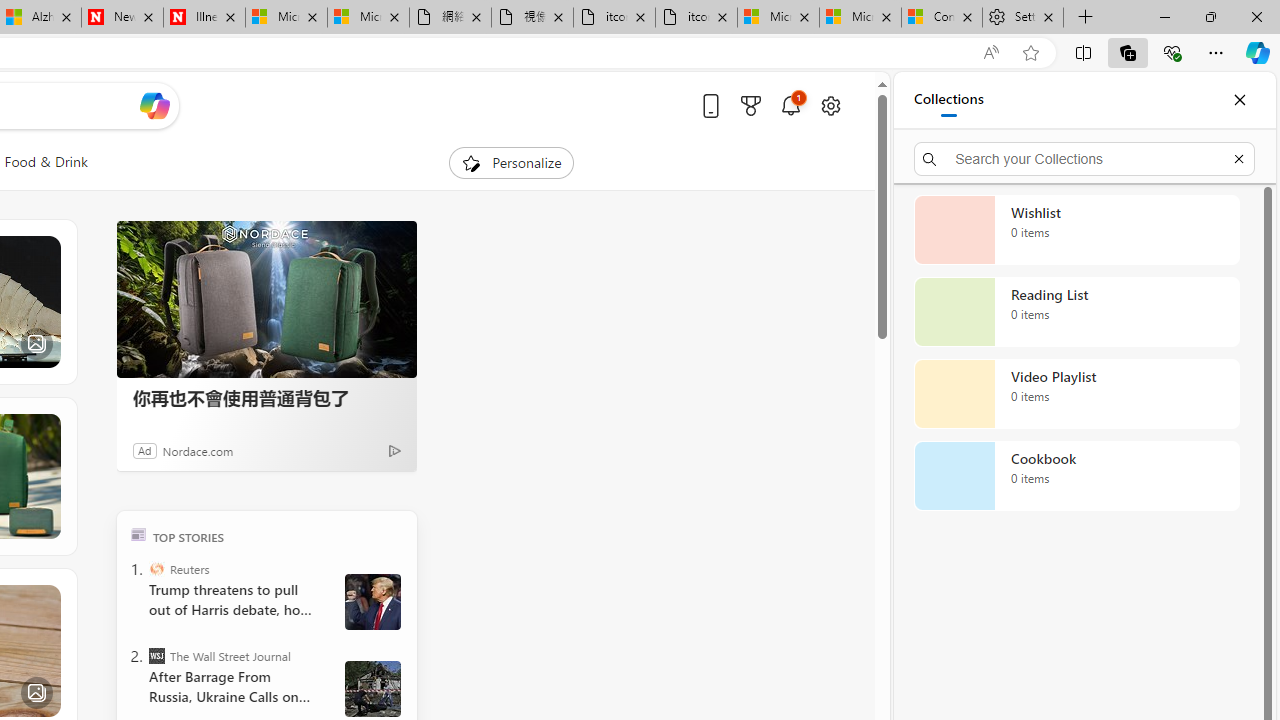  Describe the element at coordinates (1083, 158) in the screenshot. I see `'Search your Collections'` at that location.